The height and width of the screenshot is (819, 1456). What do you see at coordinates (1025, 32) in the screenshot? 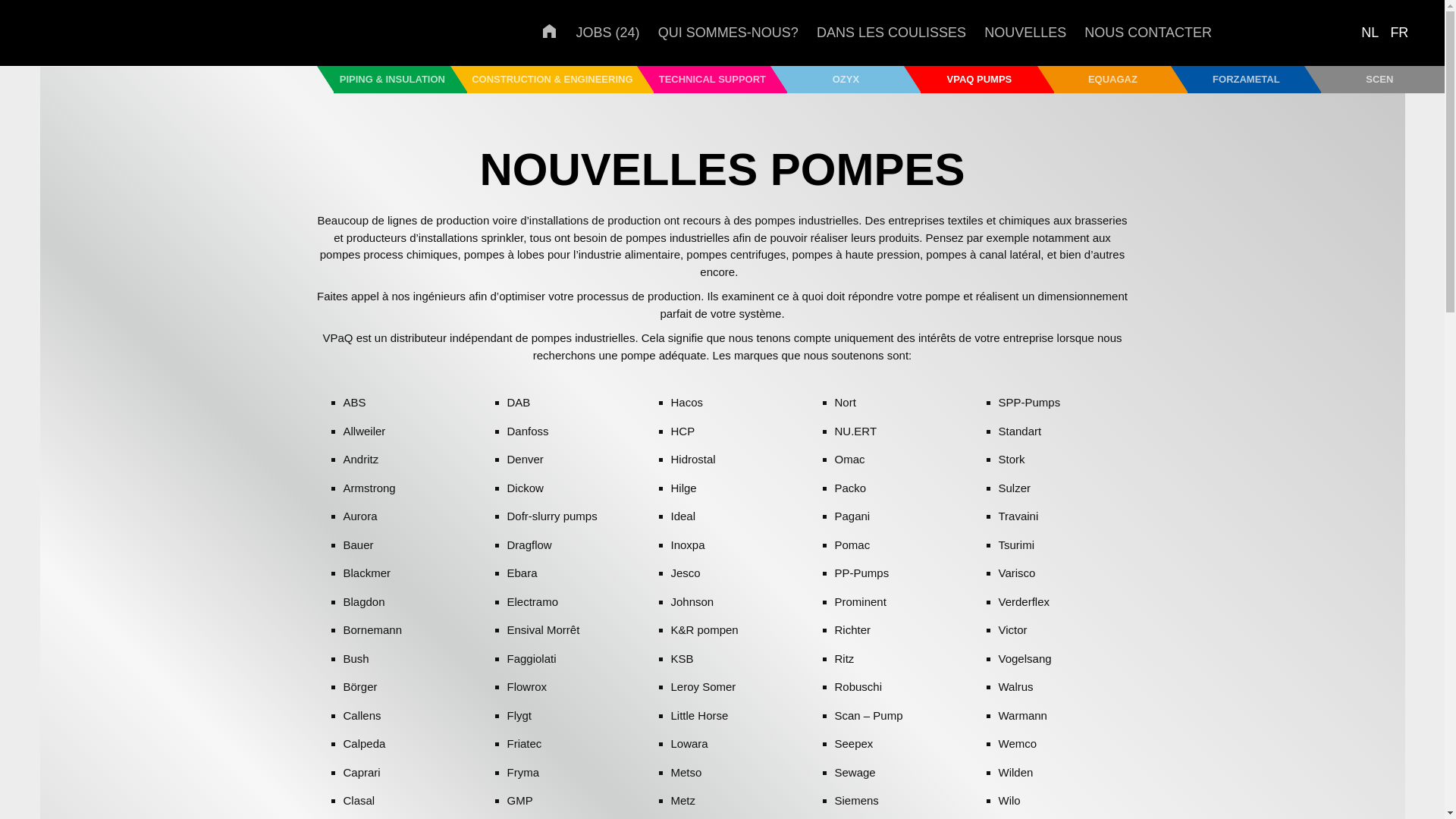
I see `'NOUVELLES'` at bounding box center [1025, 32].